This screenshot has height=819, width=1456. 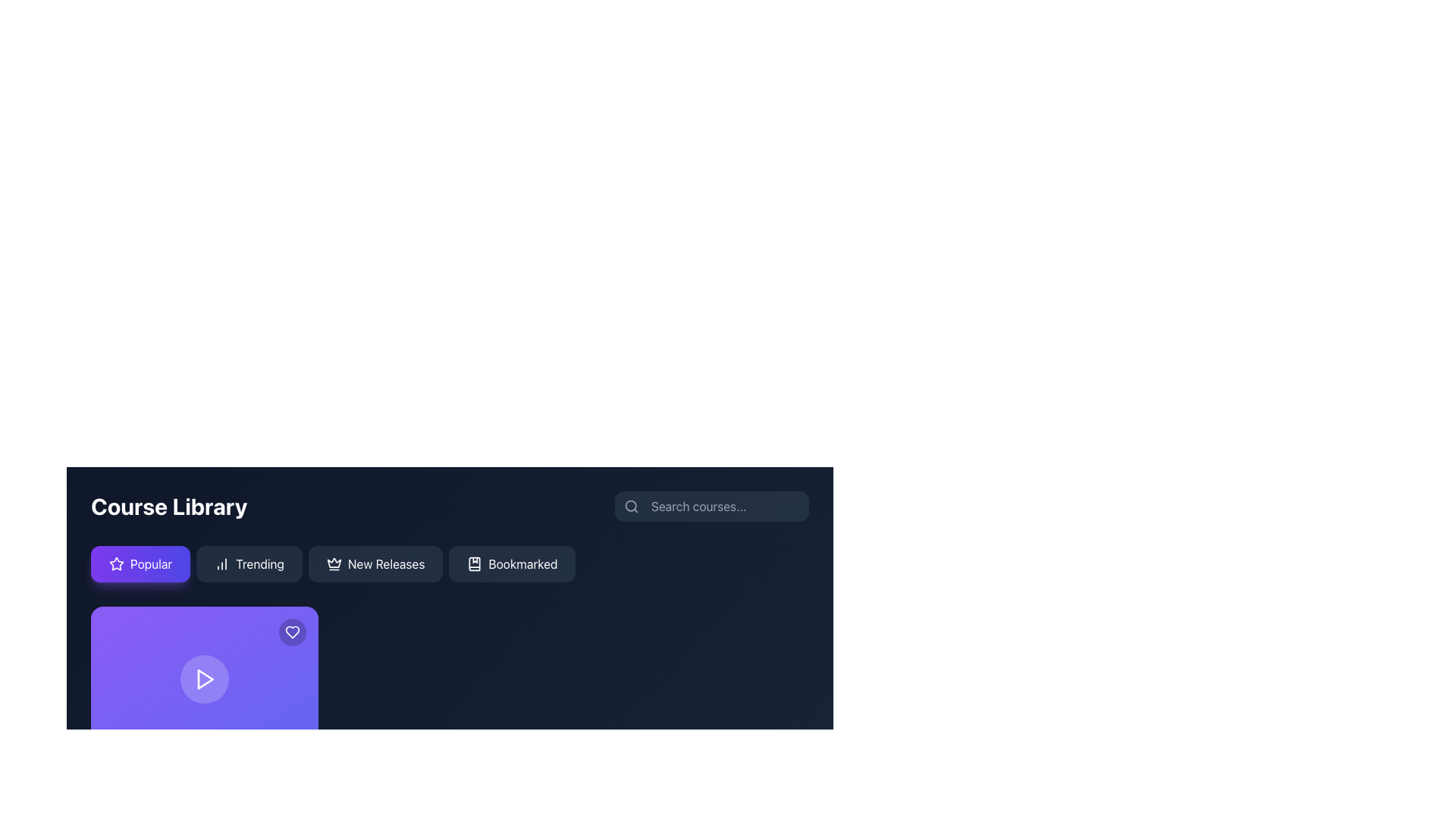 What do you see at coordinates (260, 564) in the screenshot?
I see `the navigation button labeled with a Text label that directs to trending content, located to the immediate right of the 'Popular' button` at bounding box center [260, 564].